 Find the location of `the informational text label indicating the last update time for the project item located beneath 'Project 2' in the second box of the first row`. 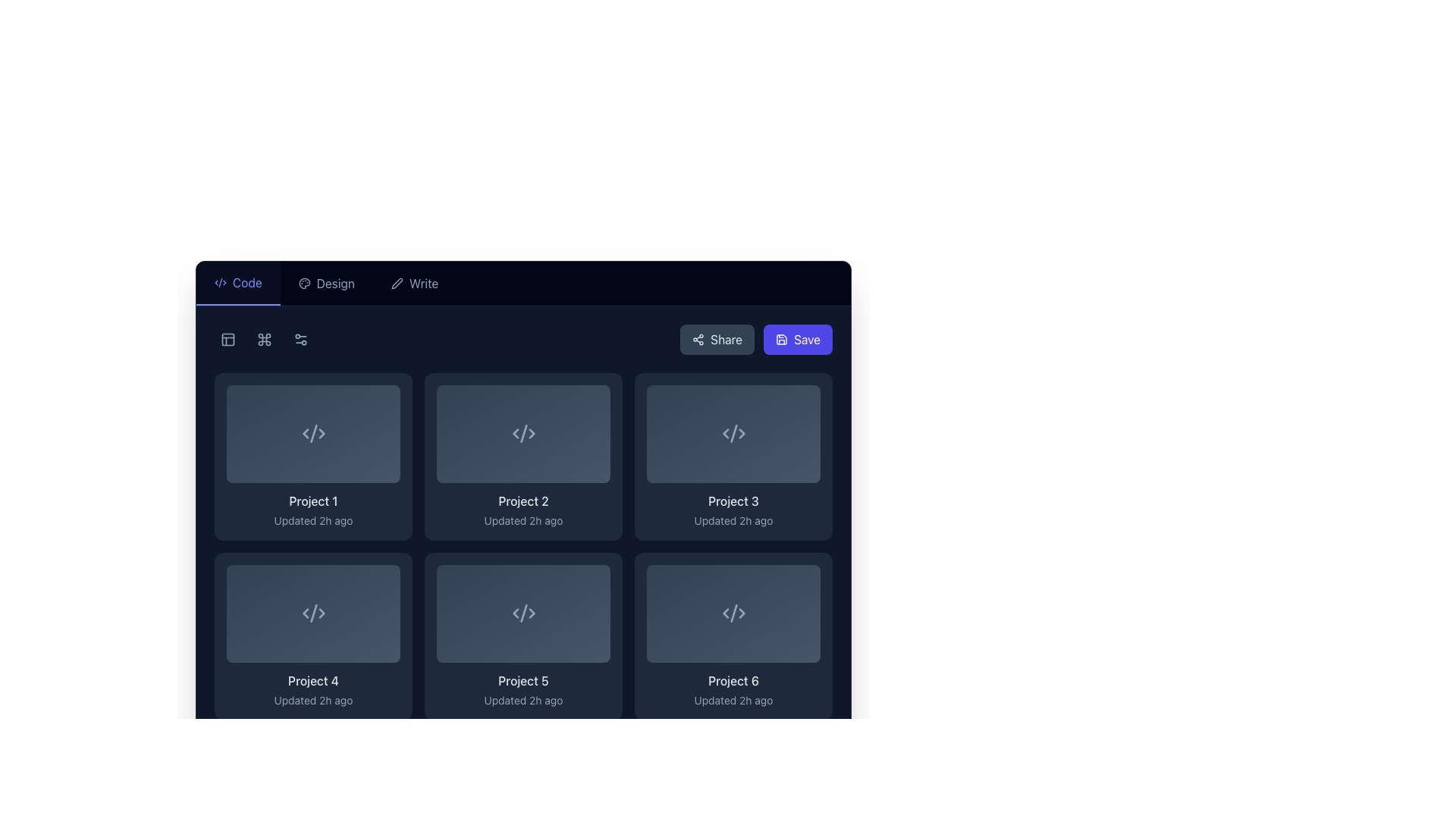

the informational text label indicating the last update time for the project item located beneath 'Project 2' in the second box of the first row is located at coordinates (523, 519).